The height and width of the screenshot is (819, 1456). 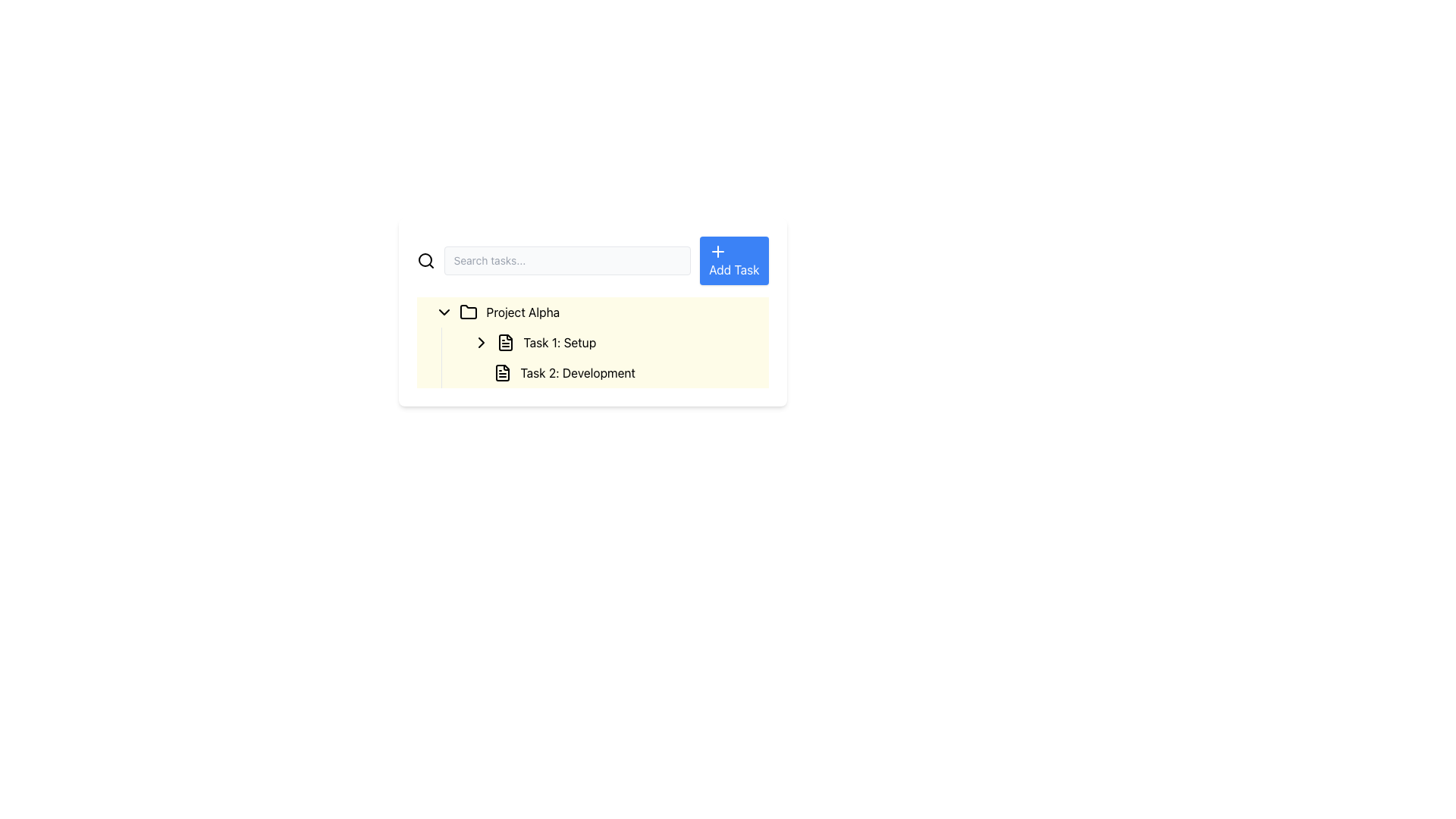 What do you see at coordinates (505, 342) in the screenshot?
I see `the minimalist black outline document icon located to the left of the text 'Task 1: Setup' under the 'Project Alpha' folder` at bounding box center [505, 342].